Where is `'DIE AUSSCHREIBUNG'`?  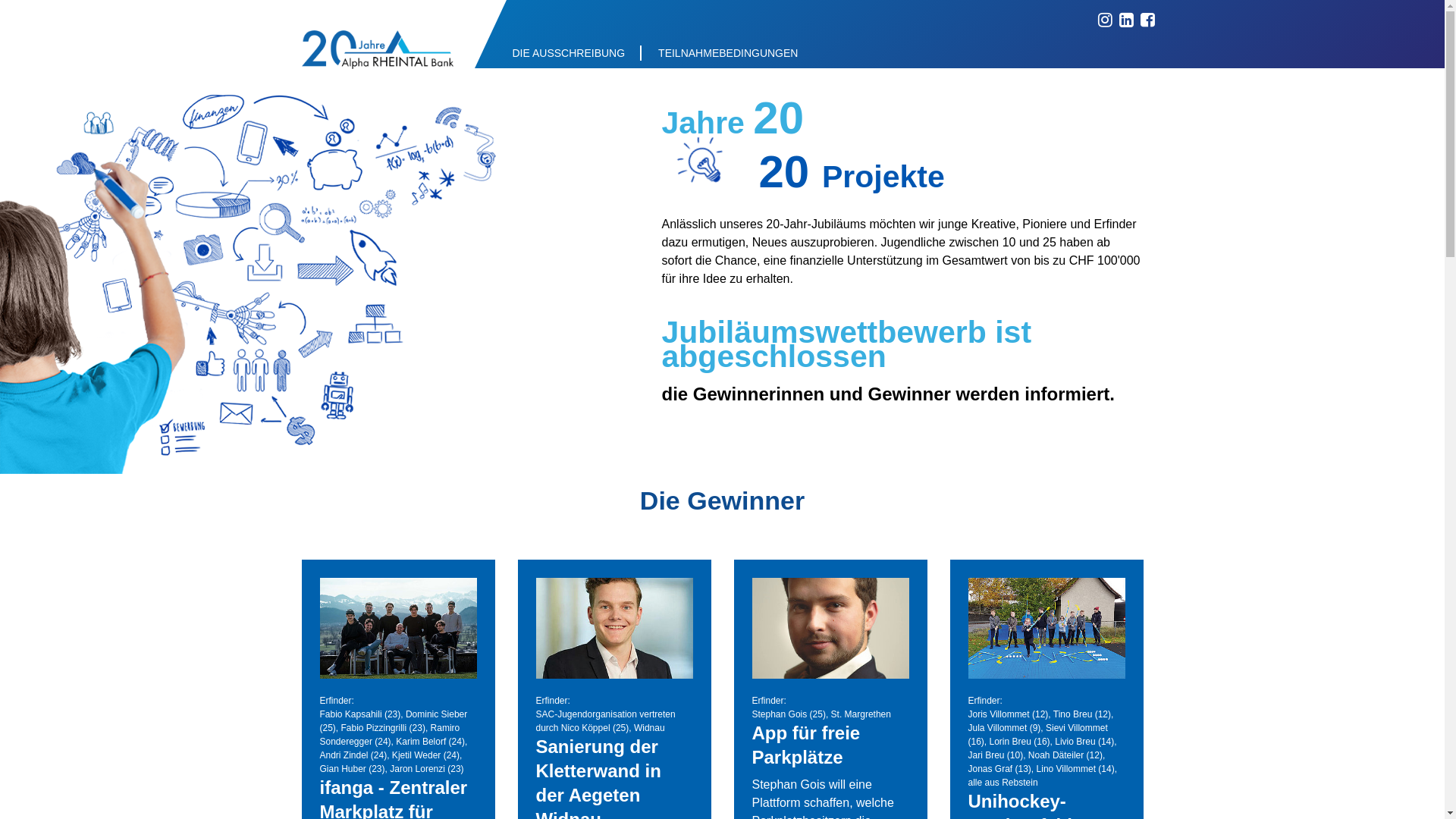
'DIE AUSSCHREIBUNG' is located at coordinates (495, 52).